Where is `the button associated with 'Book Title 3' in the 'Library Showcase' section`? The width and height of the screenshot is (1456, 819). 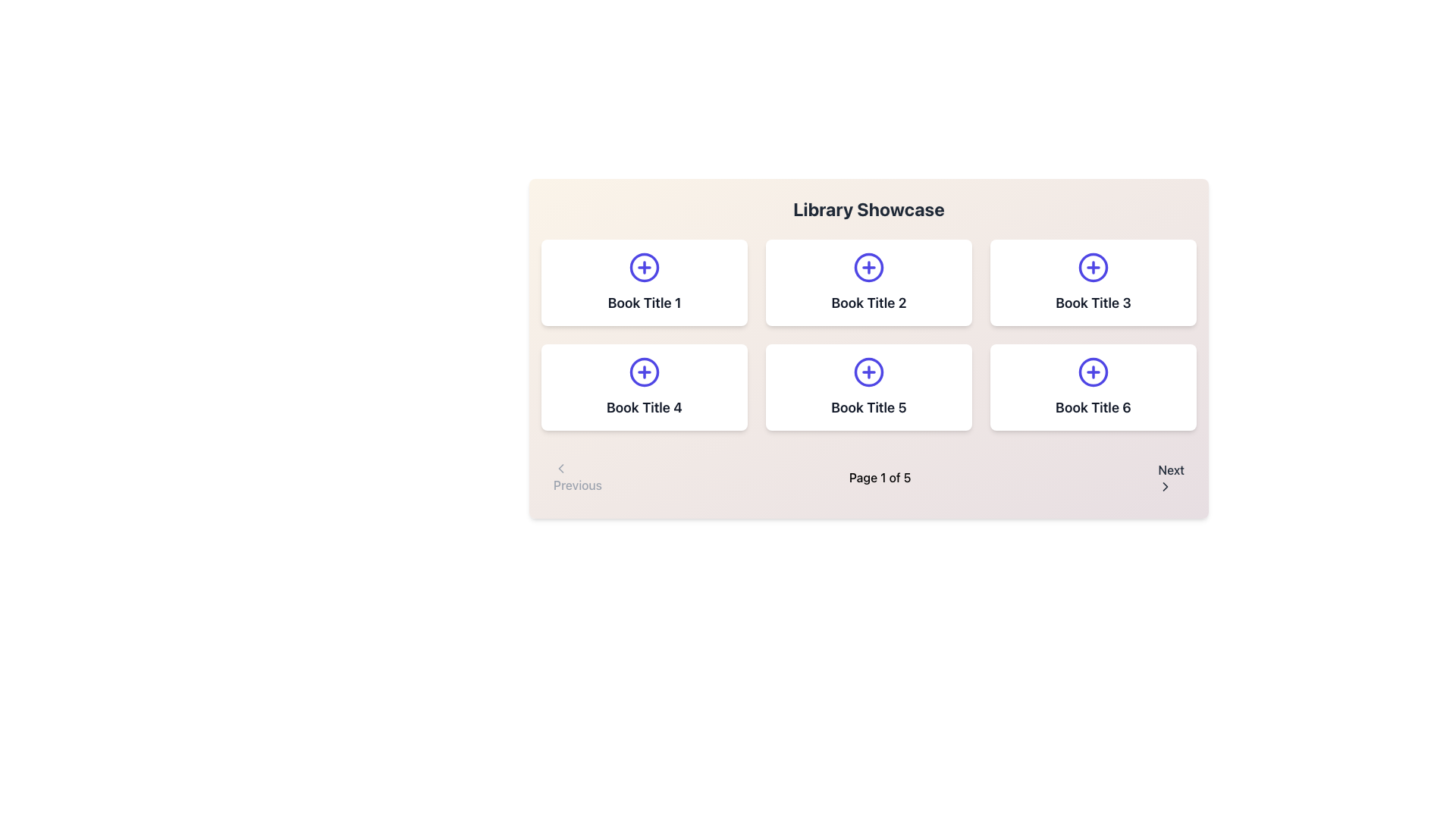
the button associated with 'Book Title 3' in the 'Library Showcase' section is located at coordinates (1093, 267).